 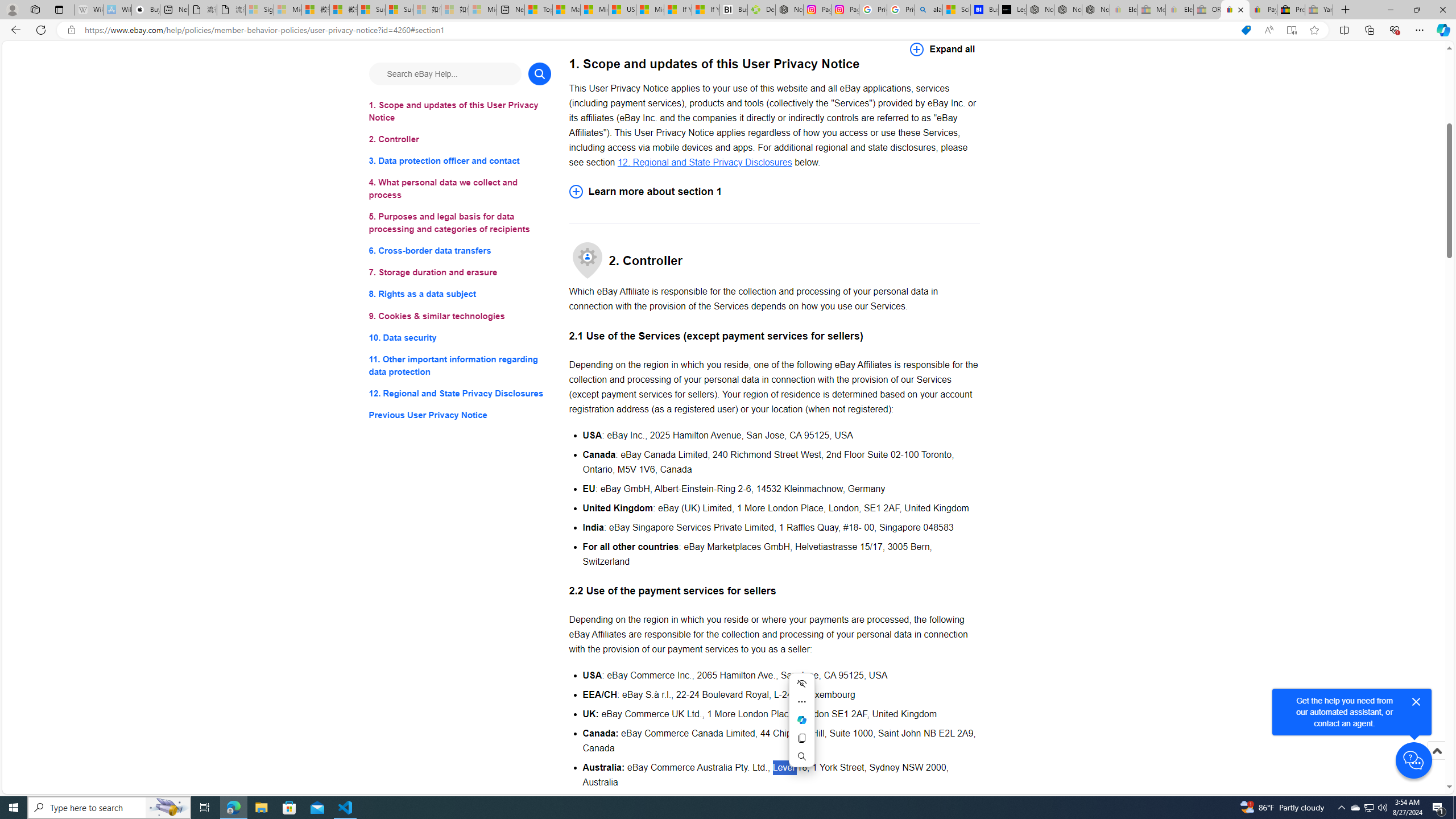 I want to click on '9. Cookies & similar technologies', so click(x=459, y=316).